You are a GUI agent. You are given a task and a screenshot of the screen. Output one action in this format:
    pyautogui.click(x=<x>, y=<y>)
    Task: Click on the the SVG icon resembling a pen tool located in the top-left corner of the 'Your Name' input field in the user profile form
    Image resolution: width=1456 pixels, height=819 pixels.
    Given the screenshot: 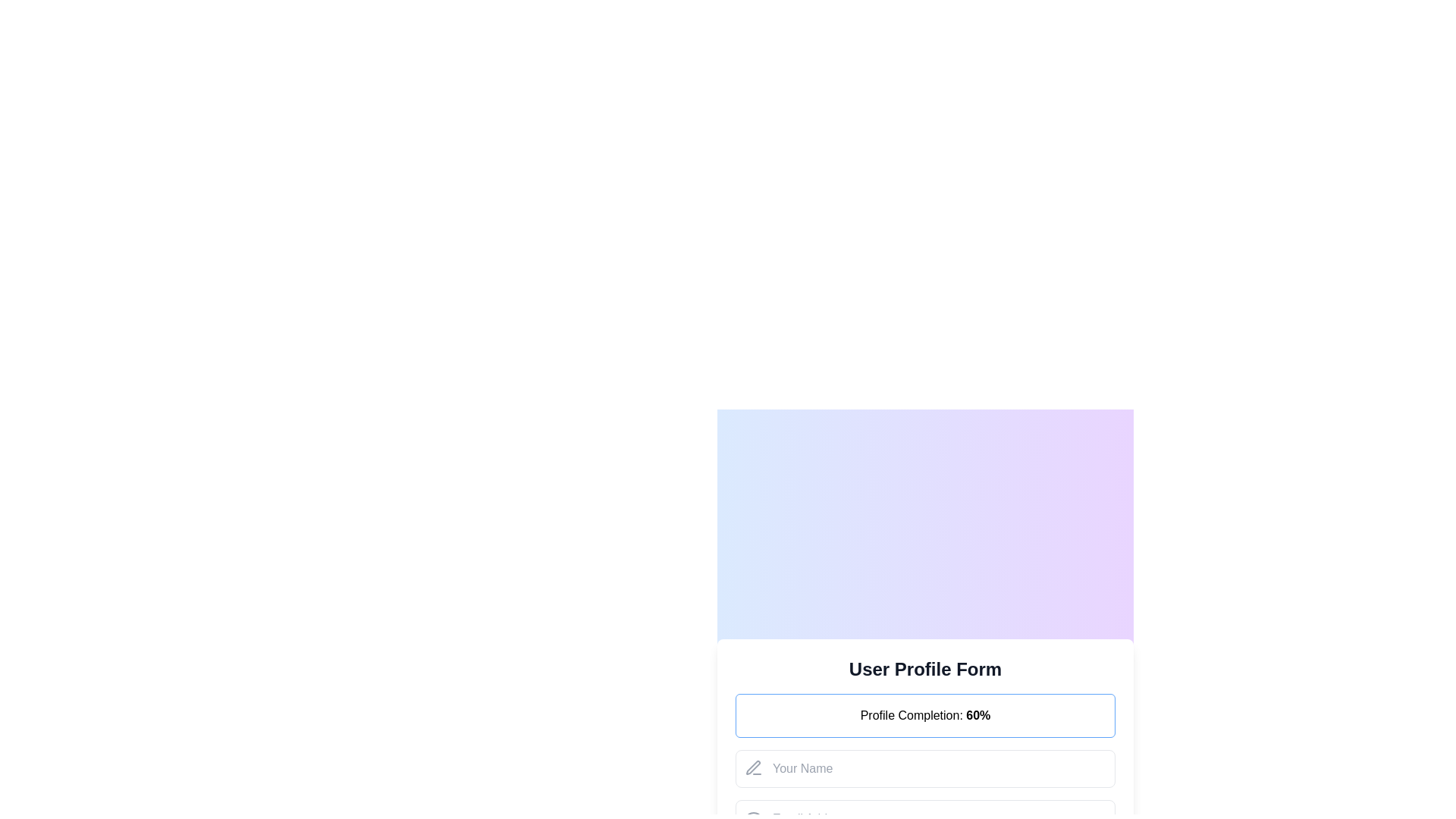 What is the action you would take?
    pyautogui.click(x=753, y=767)
    